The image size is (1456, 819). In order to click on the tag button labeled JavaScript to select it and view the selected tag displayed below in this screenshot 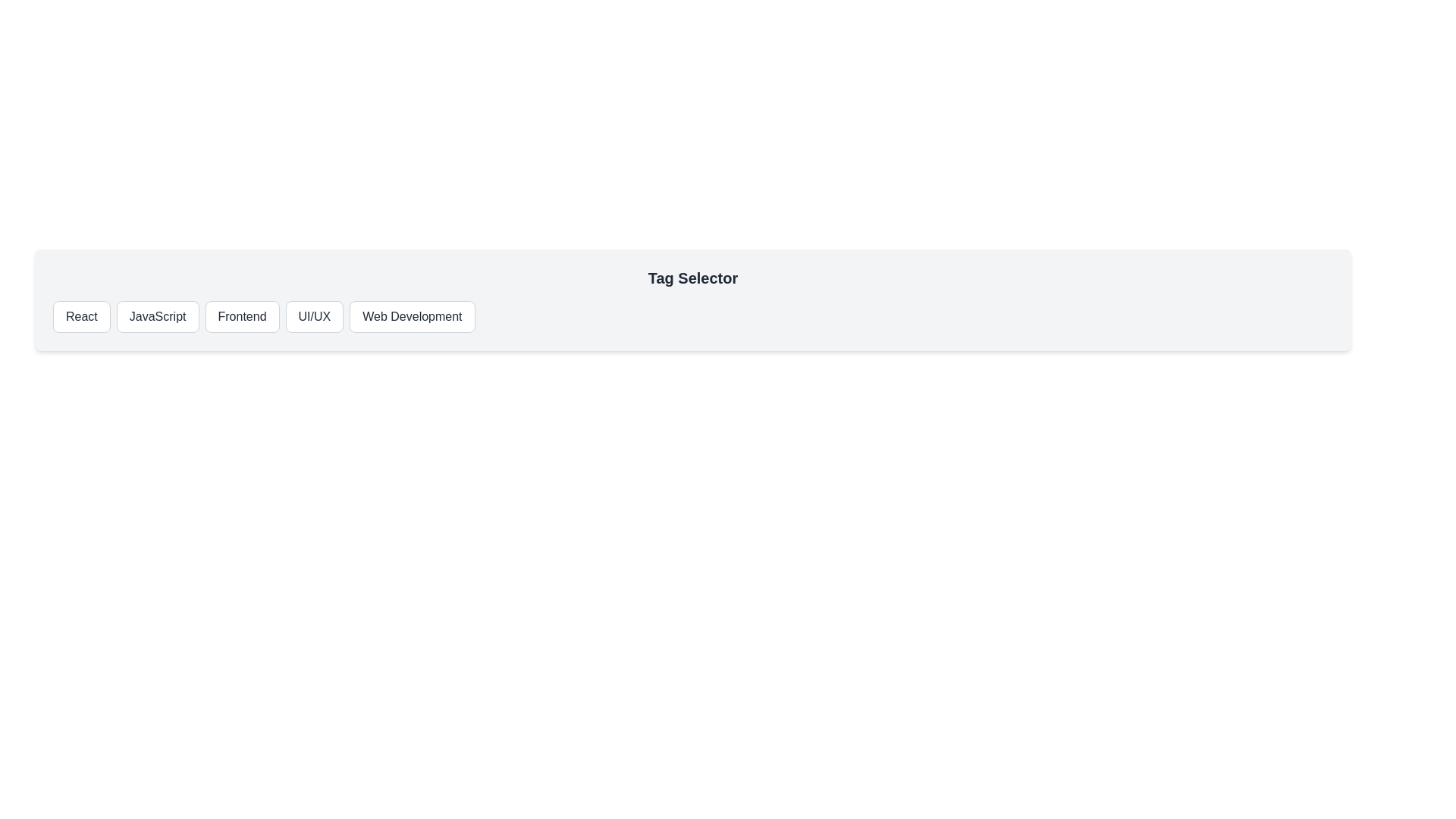, I will do `click(158, 315)`.